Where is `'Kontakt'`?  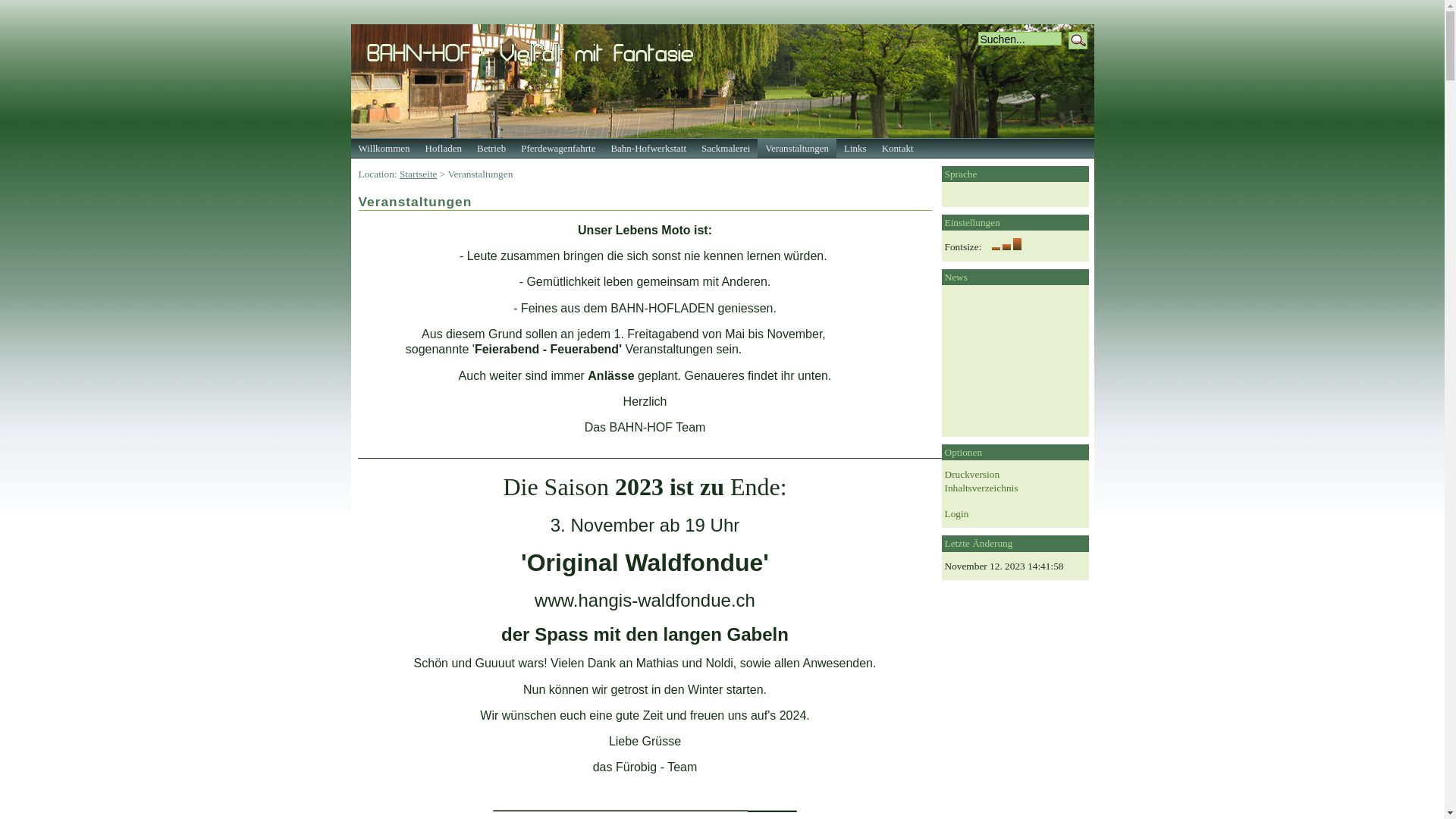
'Kontakt' is located at coordinates (898, 148).